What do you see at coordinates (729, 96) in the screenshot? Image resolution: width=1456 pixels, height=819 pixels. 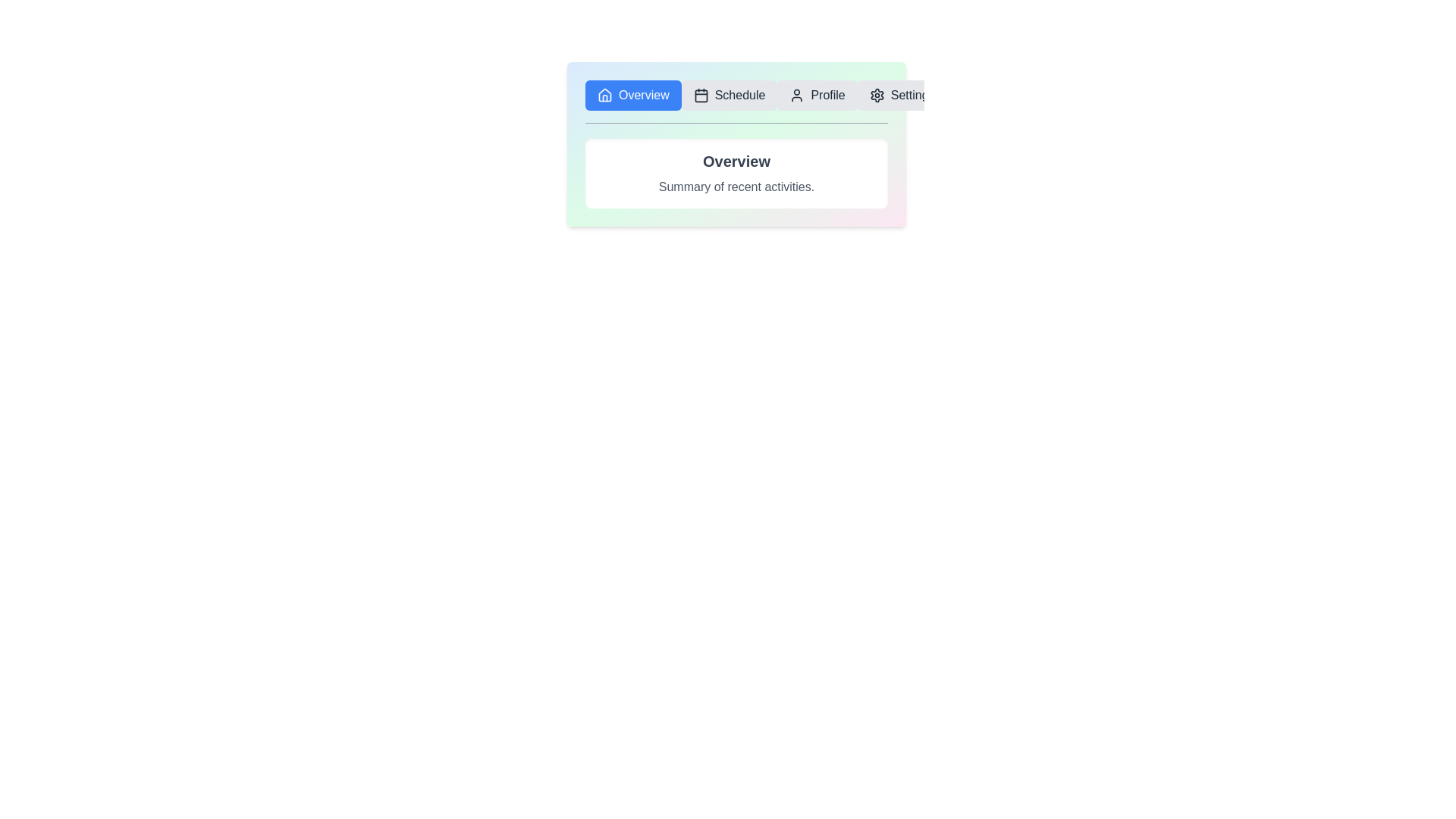 I see `the tab labeled Schedule` at bounding box center [729, 96].